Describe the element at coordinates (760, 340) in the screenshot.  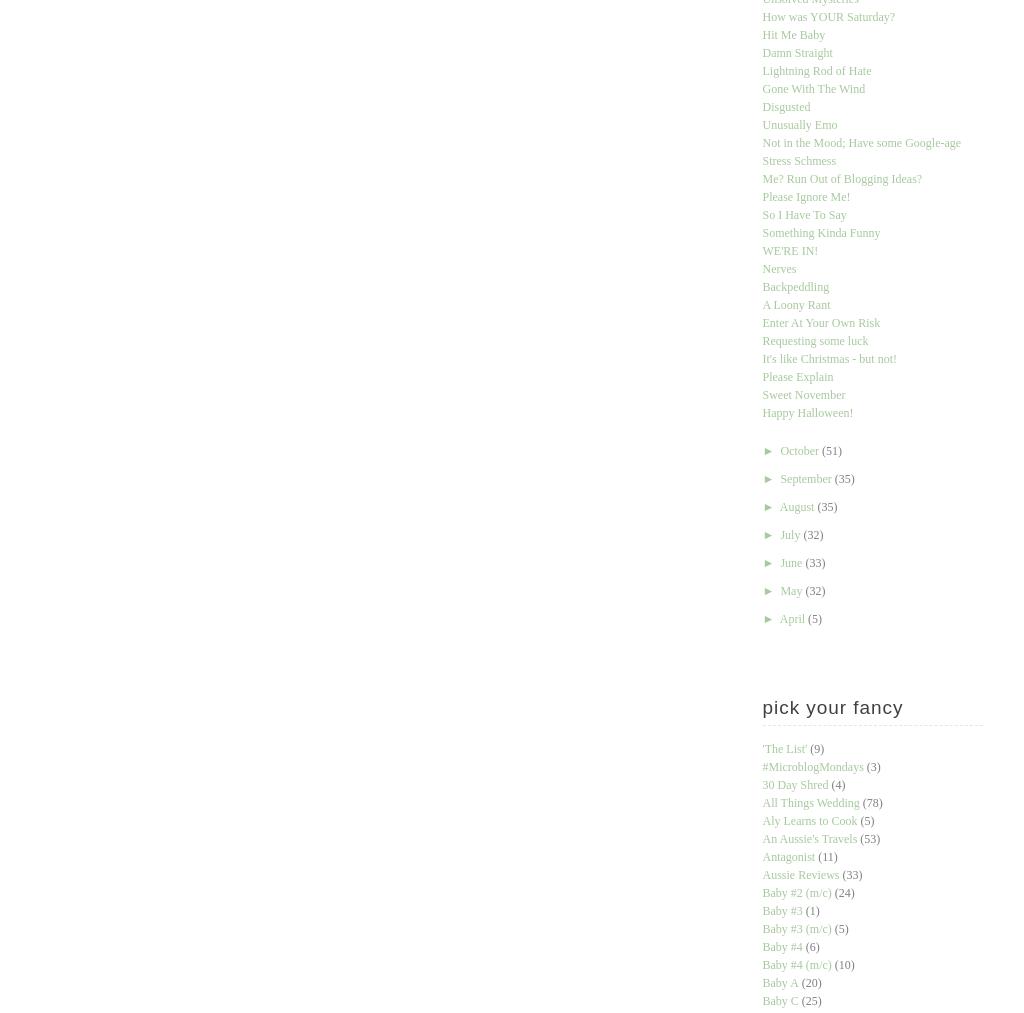
I see `'Requesting some luck'` at that location.